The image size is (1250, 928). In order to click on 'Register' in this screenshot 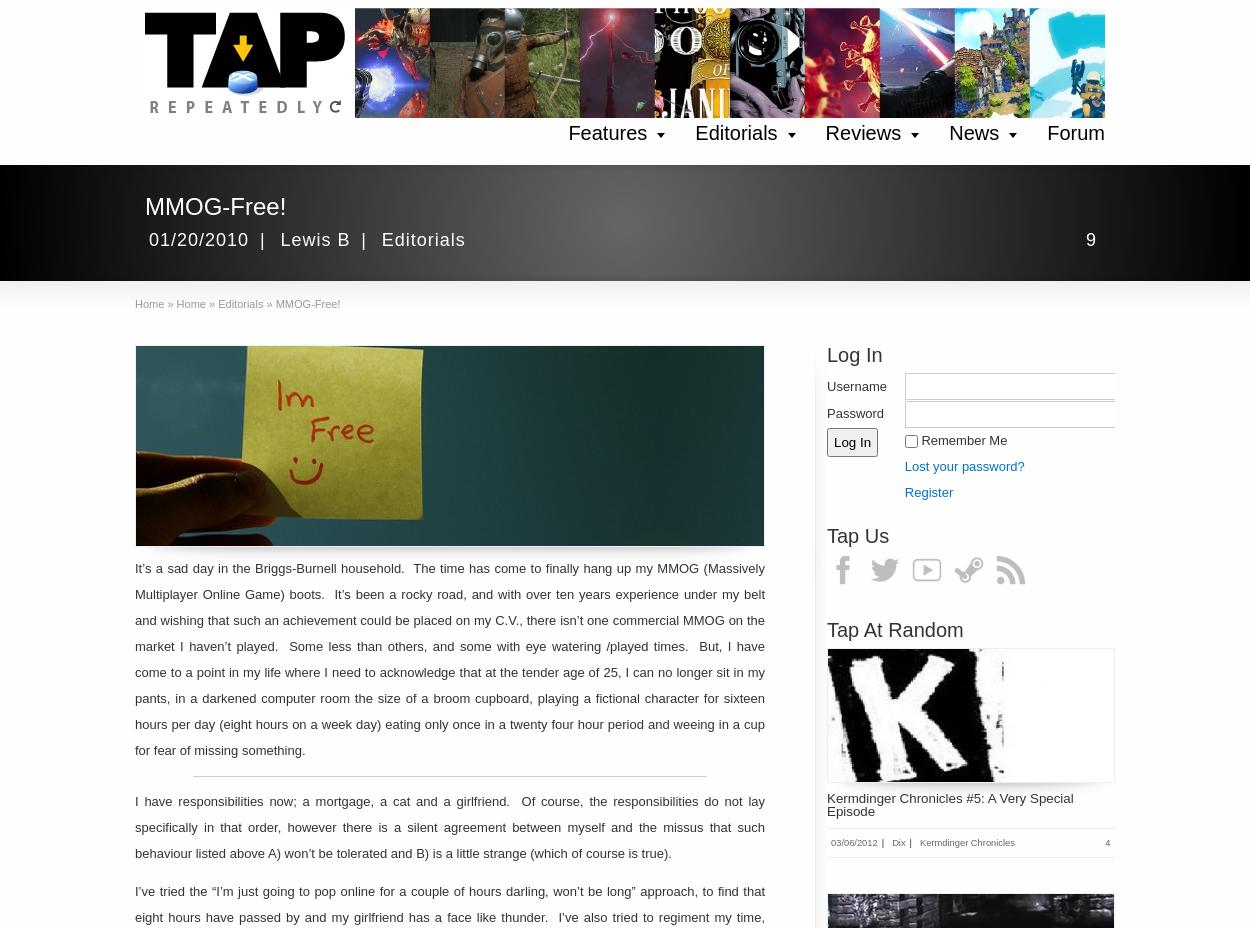, I will do `click(903, 490)`.